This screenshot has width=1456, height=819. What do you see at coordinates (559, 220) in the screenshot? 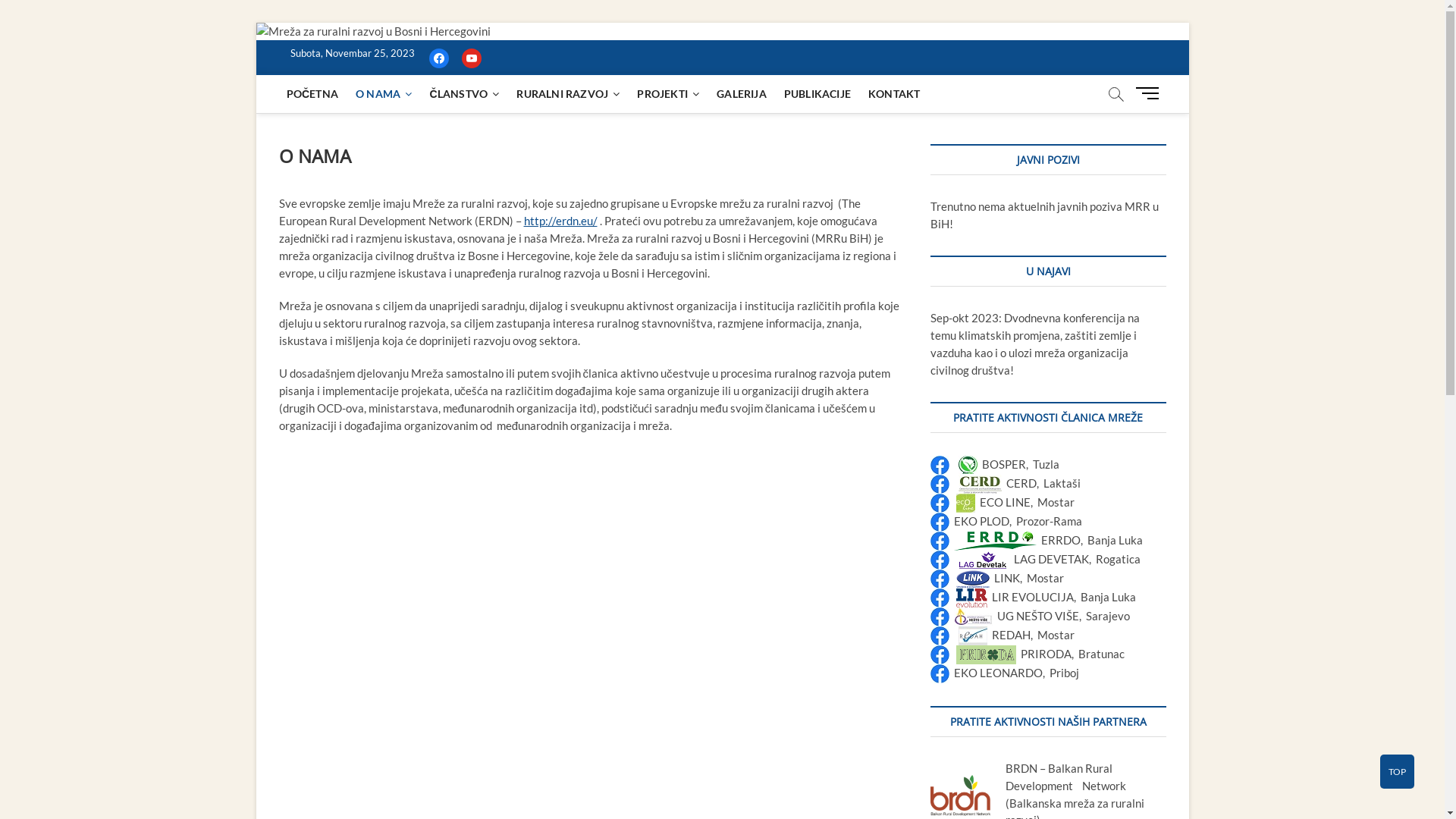
I see `'http://erdn.eu/'` at bounding box center [559, 220].